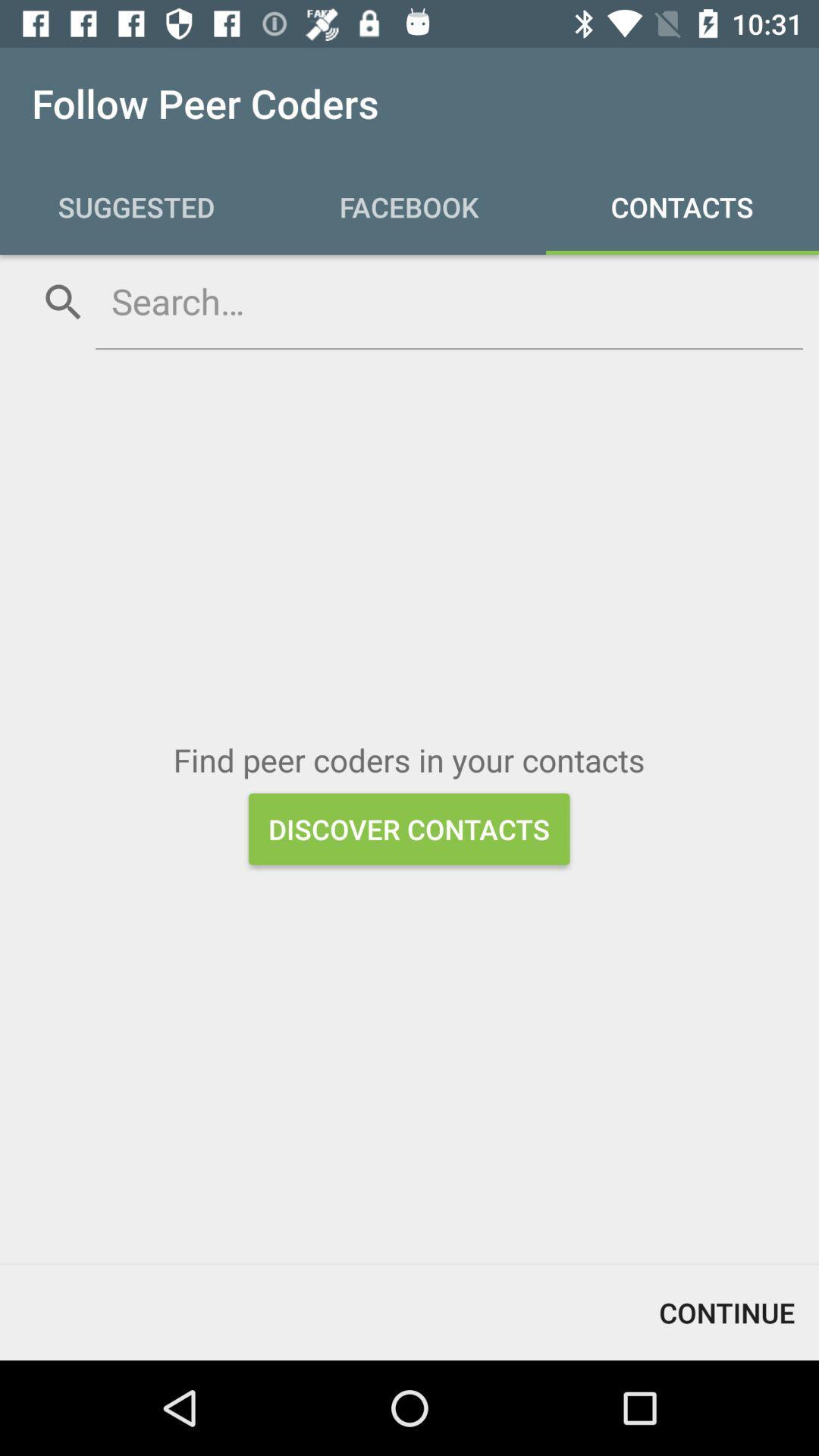  Describe the element at coordinates (448, 301) in the screenshot. I see `search for peer coders` at that location.